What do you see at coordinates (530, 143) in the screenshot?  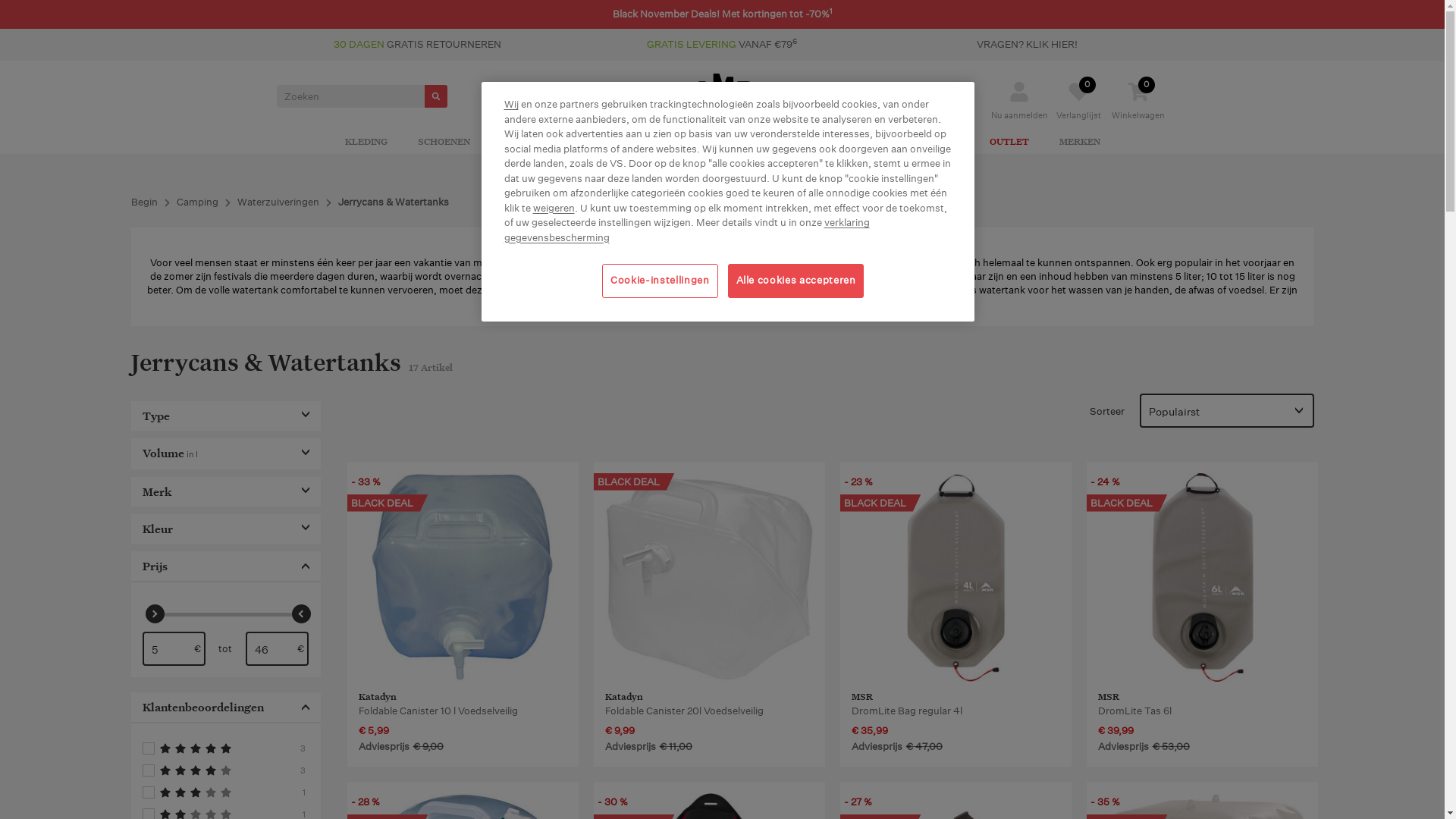 I see `'UITRUSTING'` at bounding box center [530, 143].